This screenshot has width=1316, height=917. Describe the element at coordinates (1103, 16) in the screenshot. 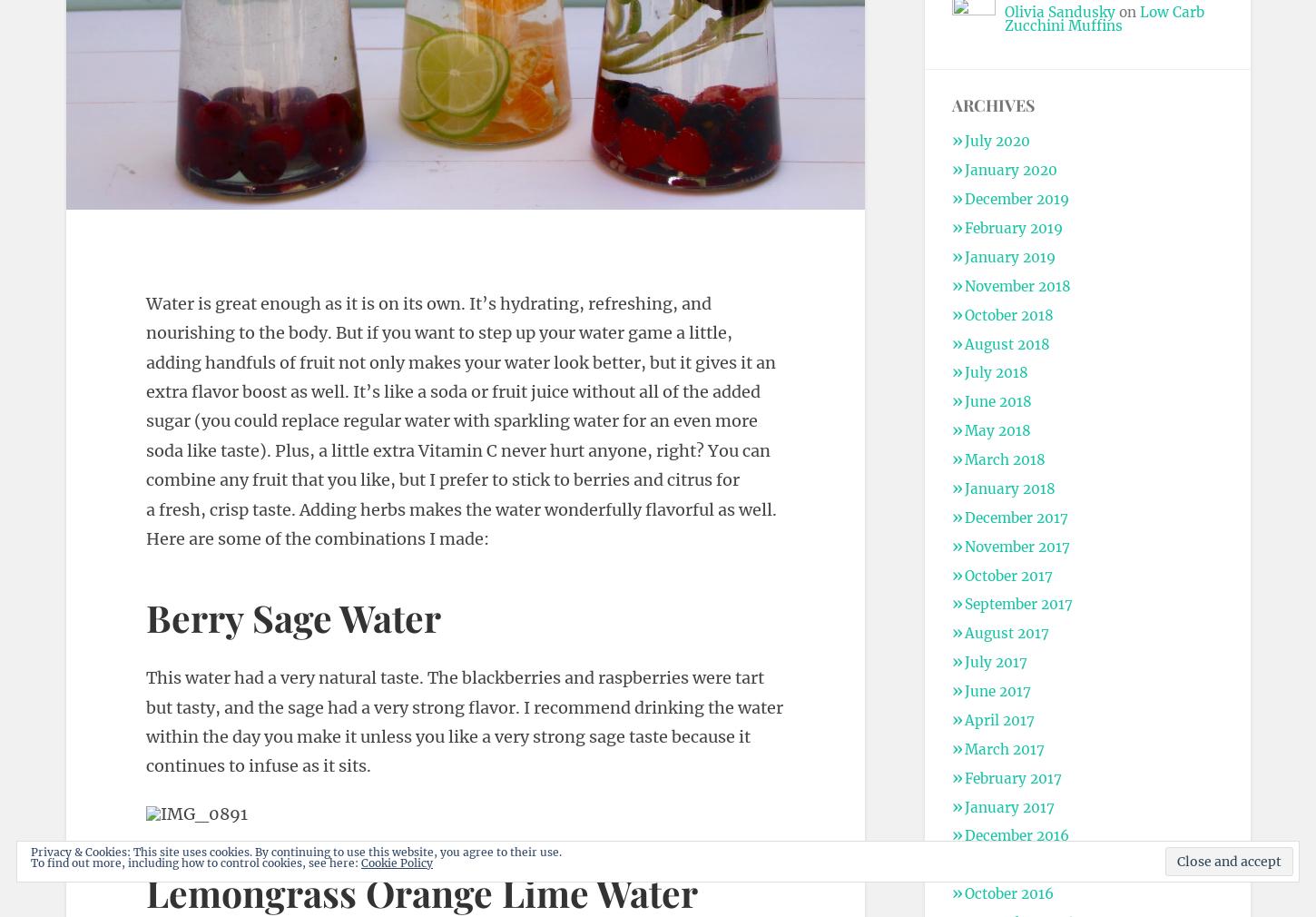

I see `'Low Carb Zucchini Muffins'` at that location.